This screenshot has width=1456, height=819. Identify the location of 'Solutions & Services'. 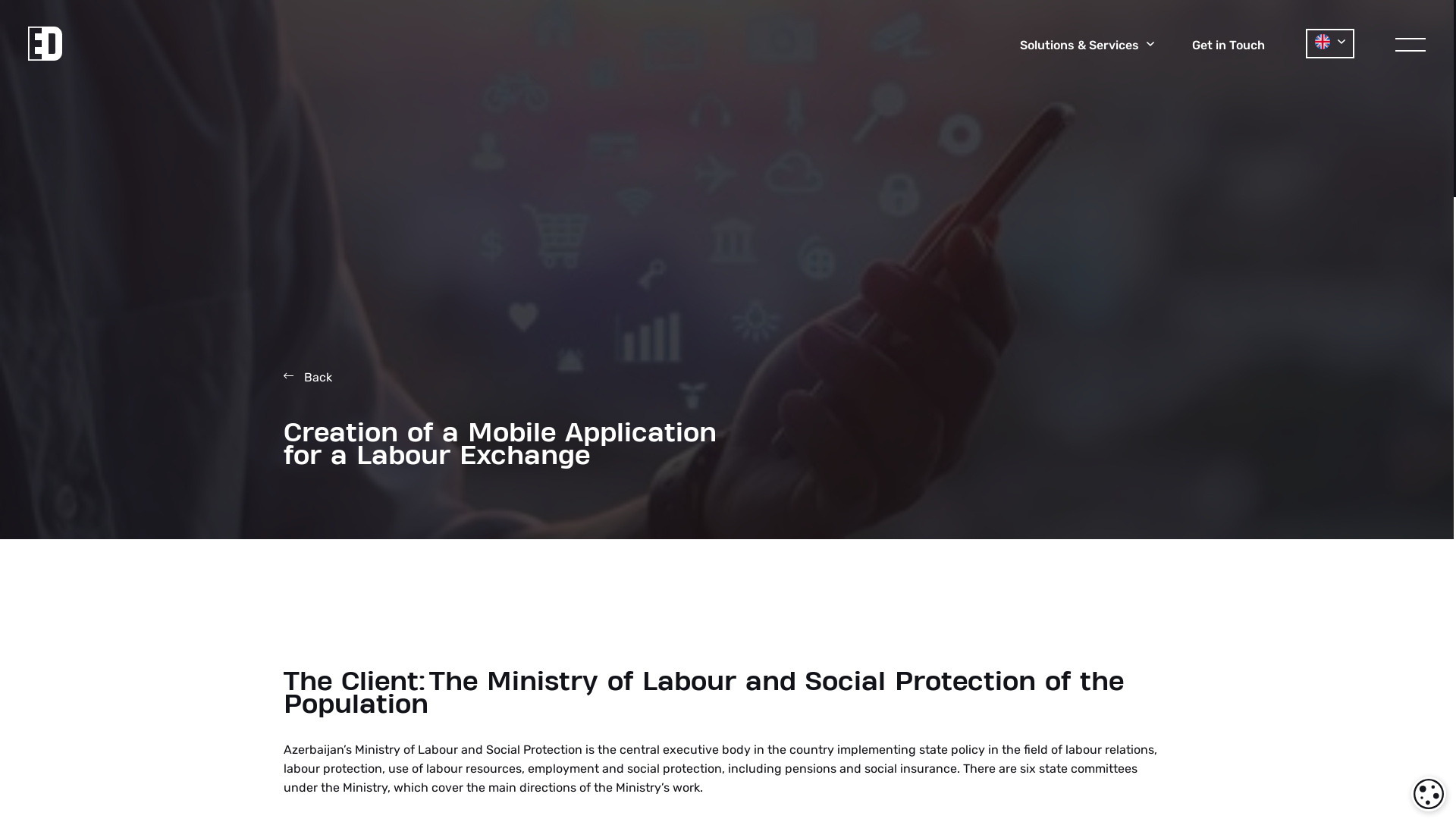
(1086, 45).